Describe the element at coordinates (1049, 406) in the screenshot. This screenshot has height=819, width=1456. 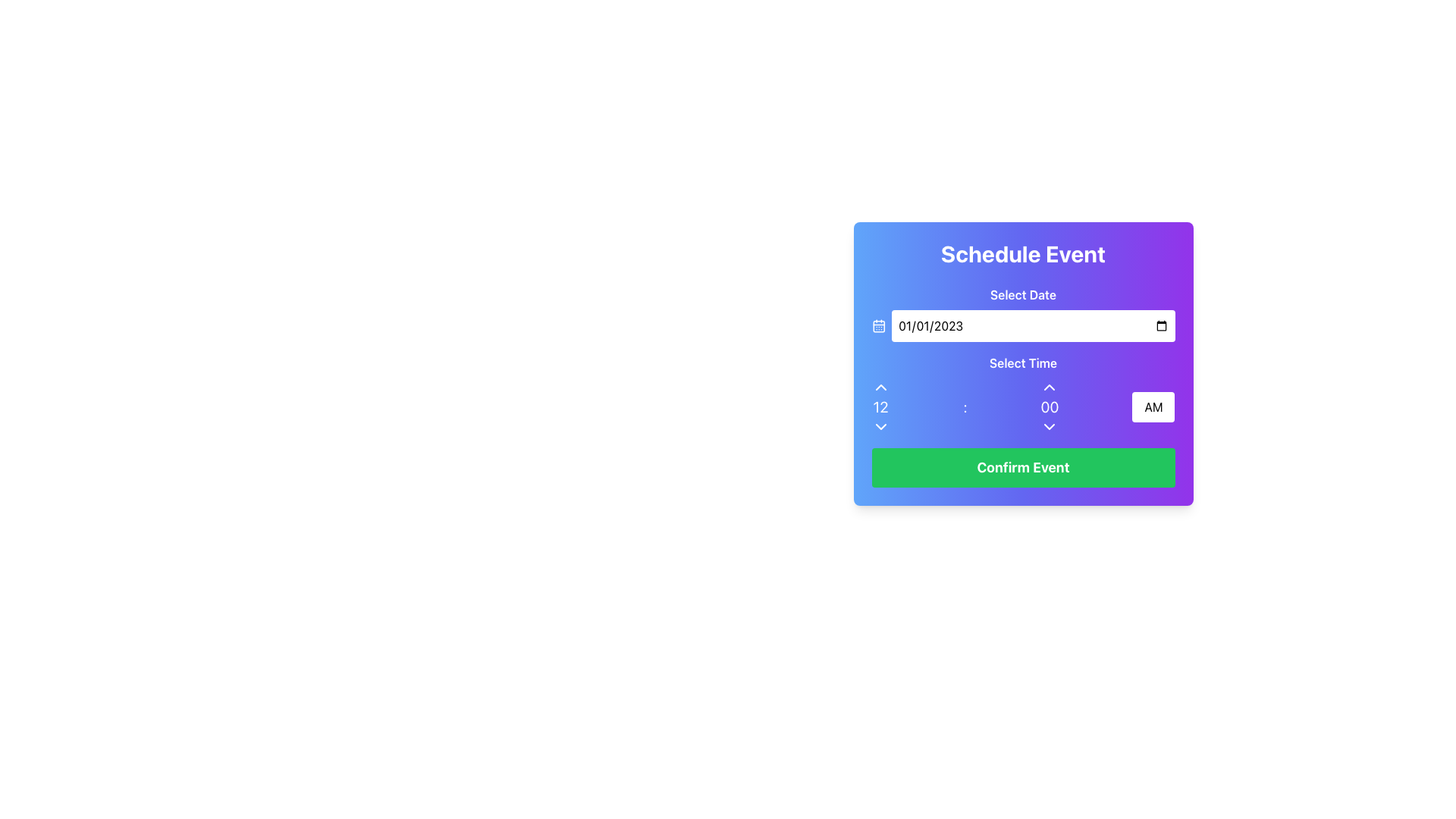
I see `the Text Display showing the bold number '00' in white color against a purple background, located below the colon ':' in the 'Select Time' section` at that location.